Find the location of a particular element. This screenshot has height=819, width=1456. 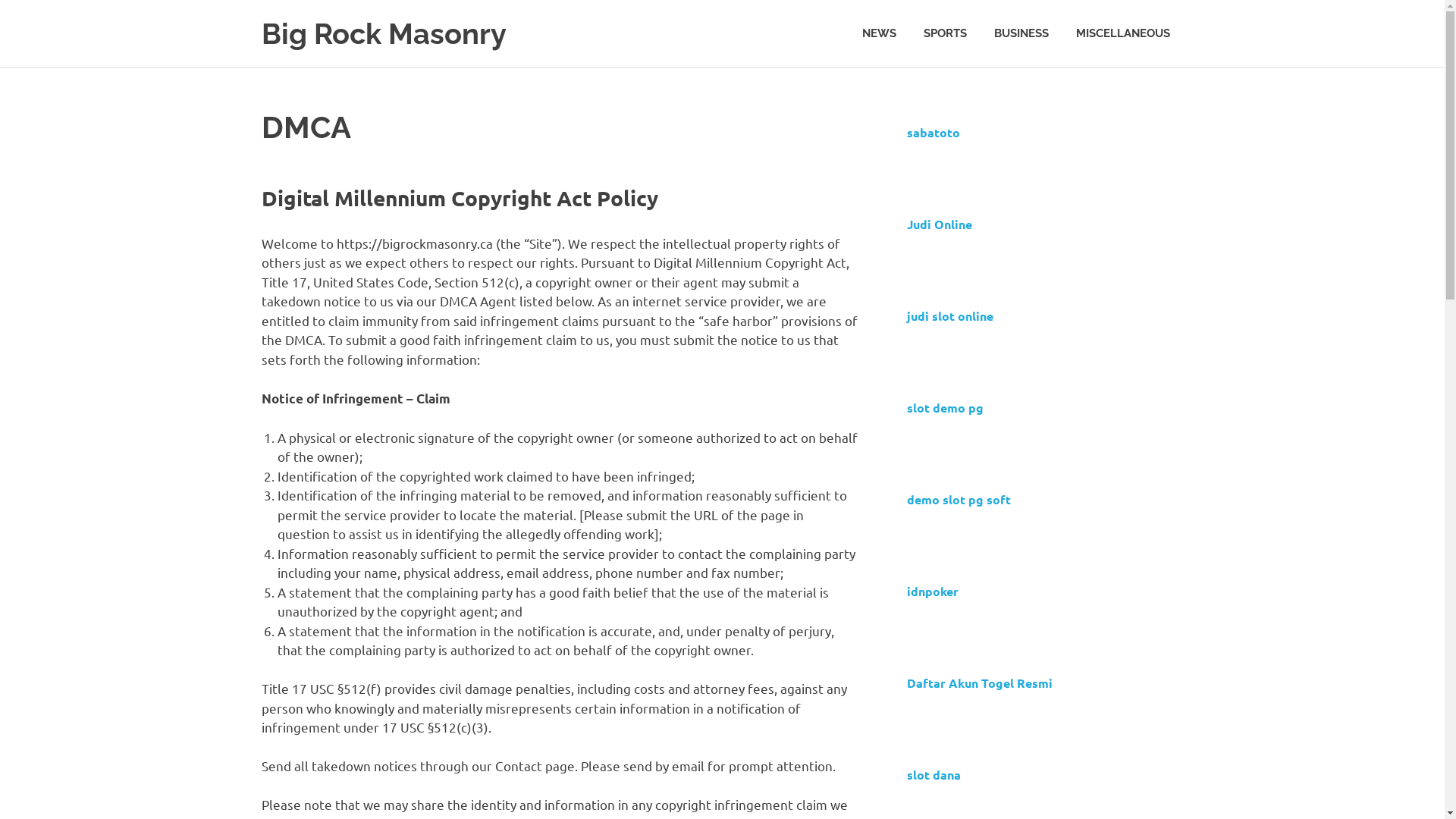

'MISCELLANEOUS' is located at coordinates (1122, 33).